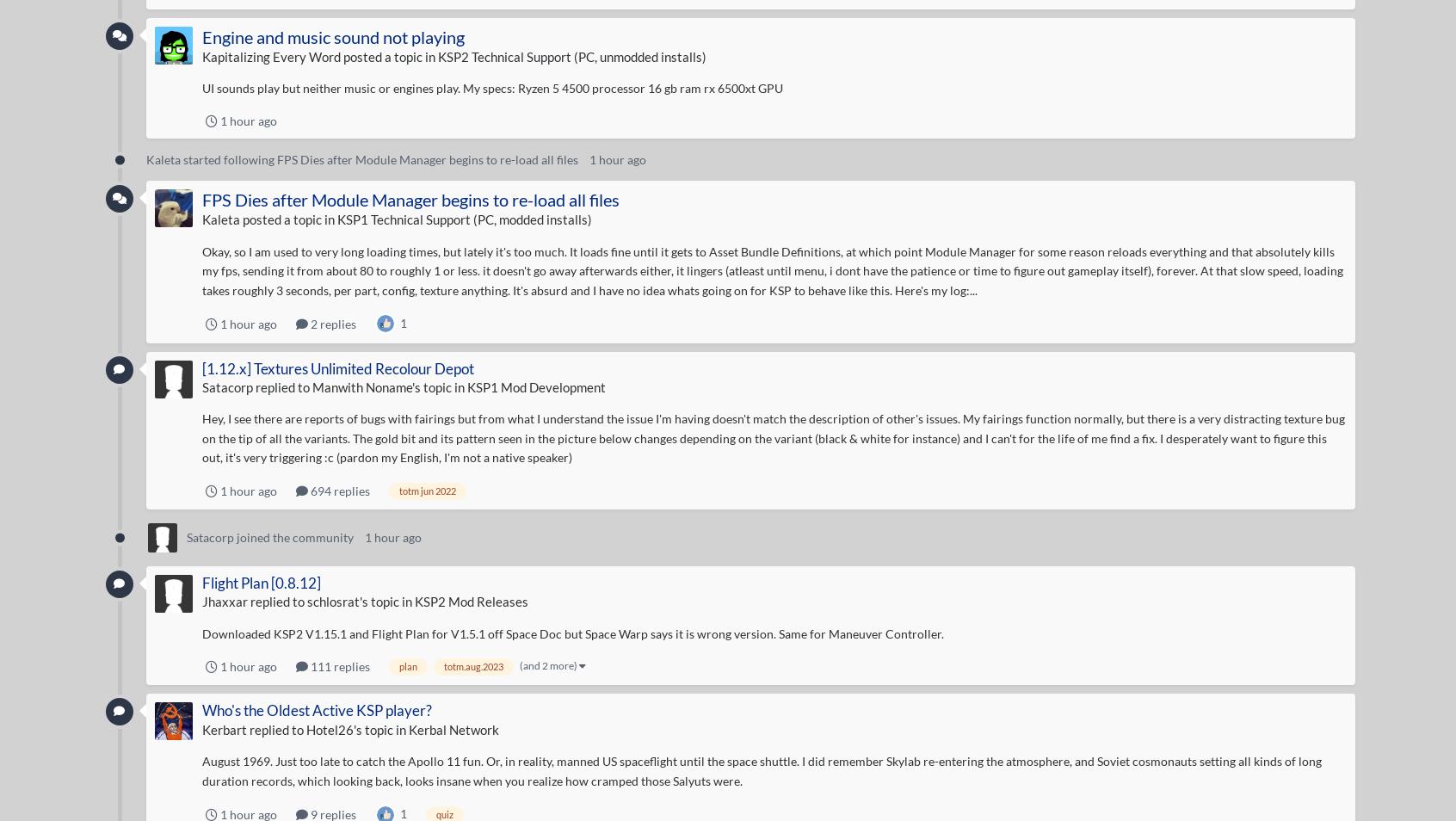  What do you see at coordinates (269, 54) in the screenshot?
I see `'Kapitalizing Every Word'` at bounding box center [269, 54].